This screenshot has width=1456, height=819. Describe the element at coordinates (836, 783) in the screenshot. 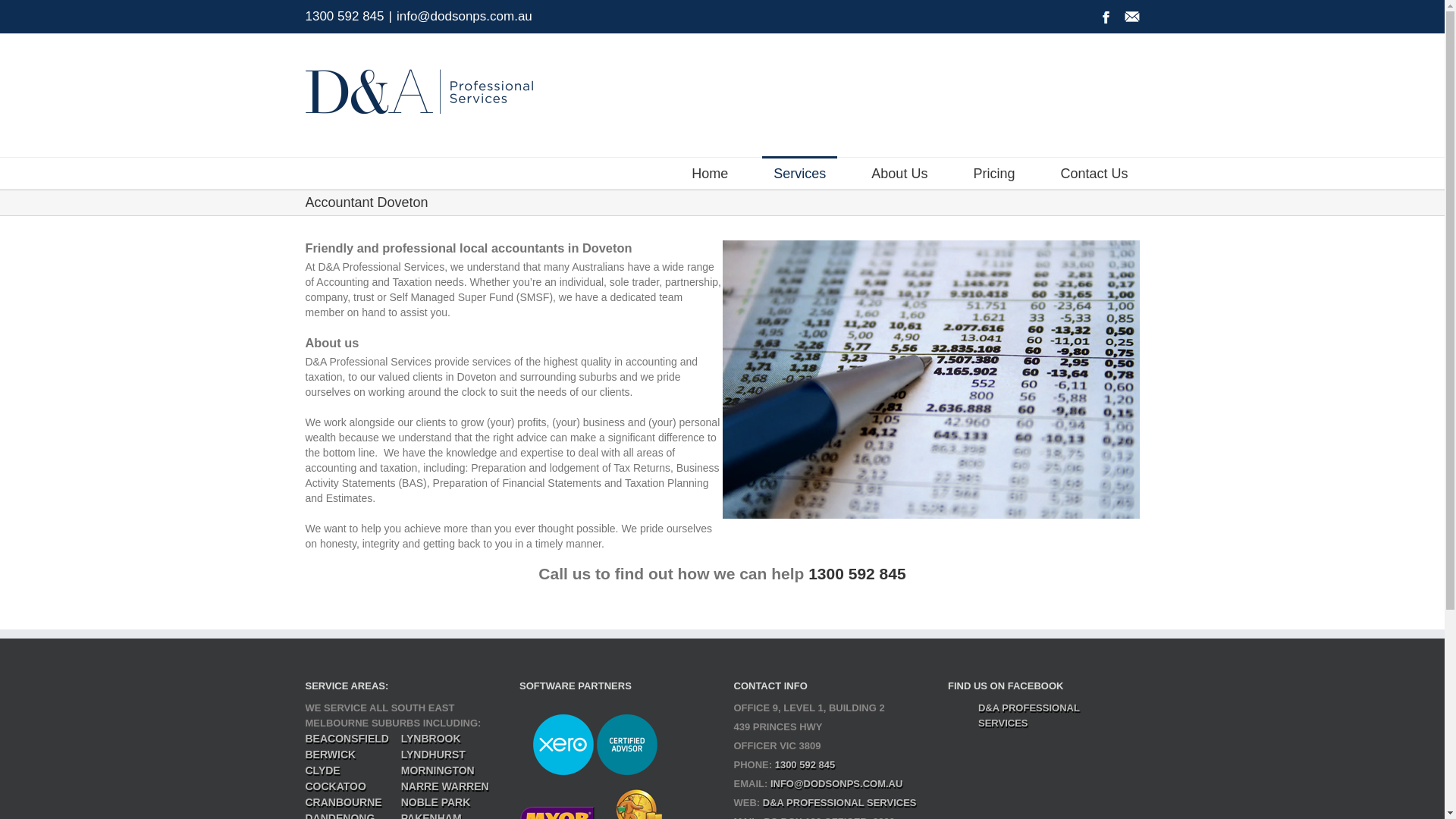

I see `'INFO@DODSONPS.COM.AU'` at that location.